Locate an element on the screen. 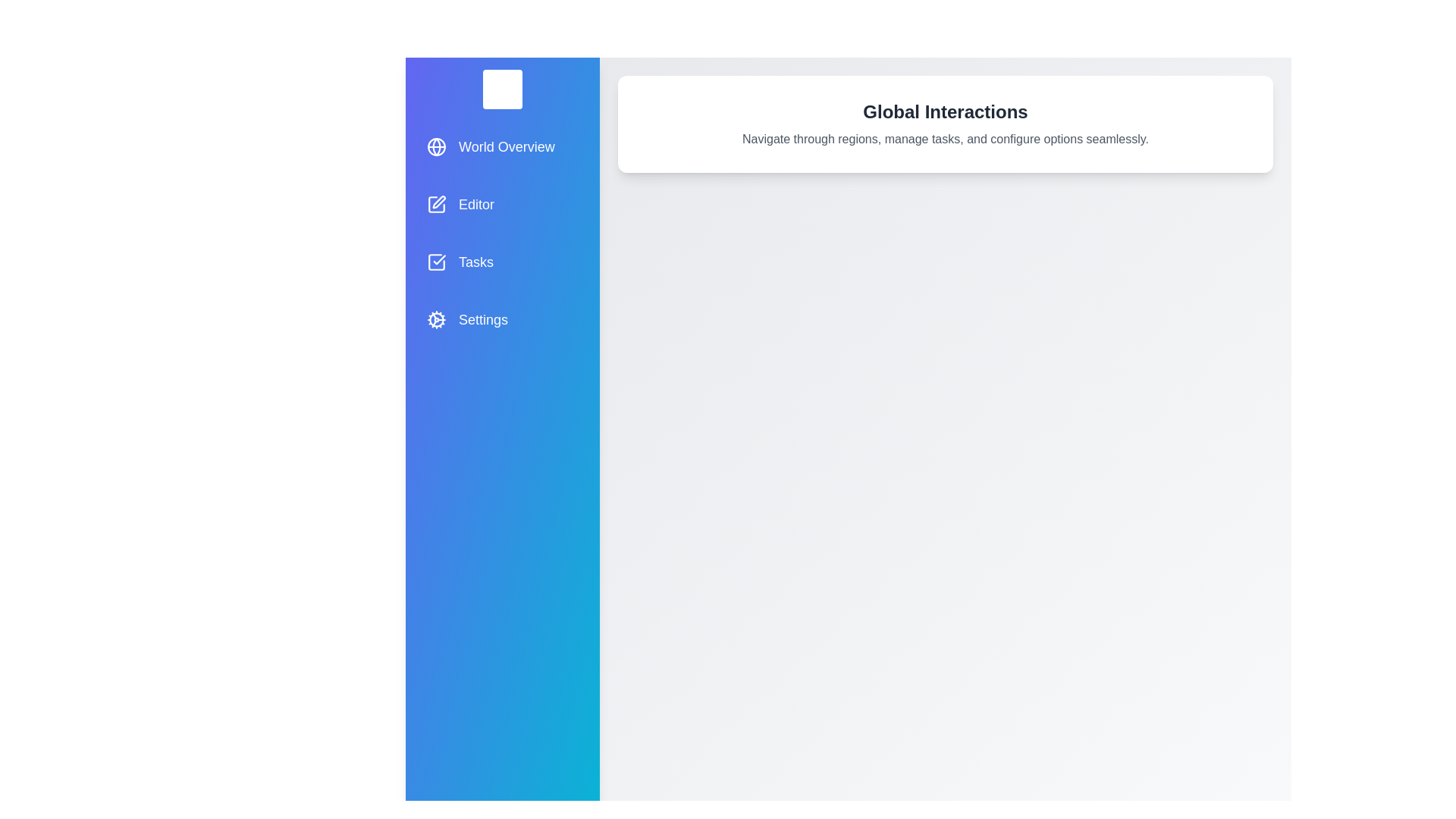 Image resolution: width=1456 pixels, height=819 pixels. the 'Editor' menu item is located at coordinates (502, 205).